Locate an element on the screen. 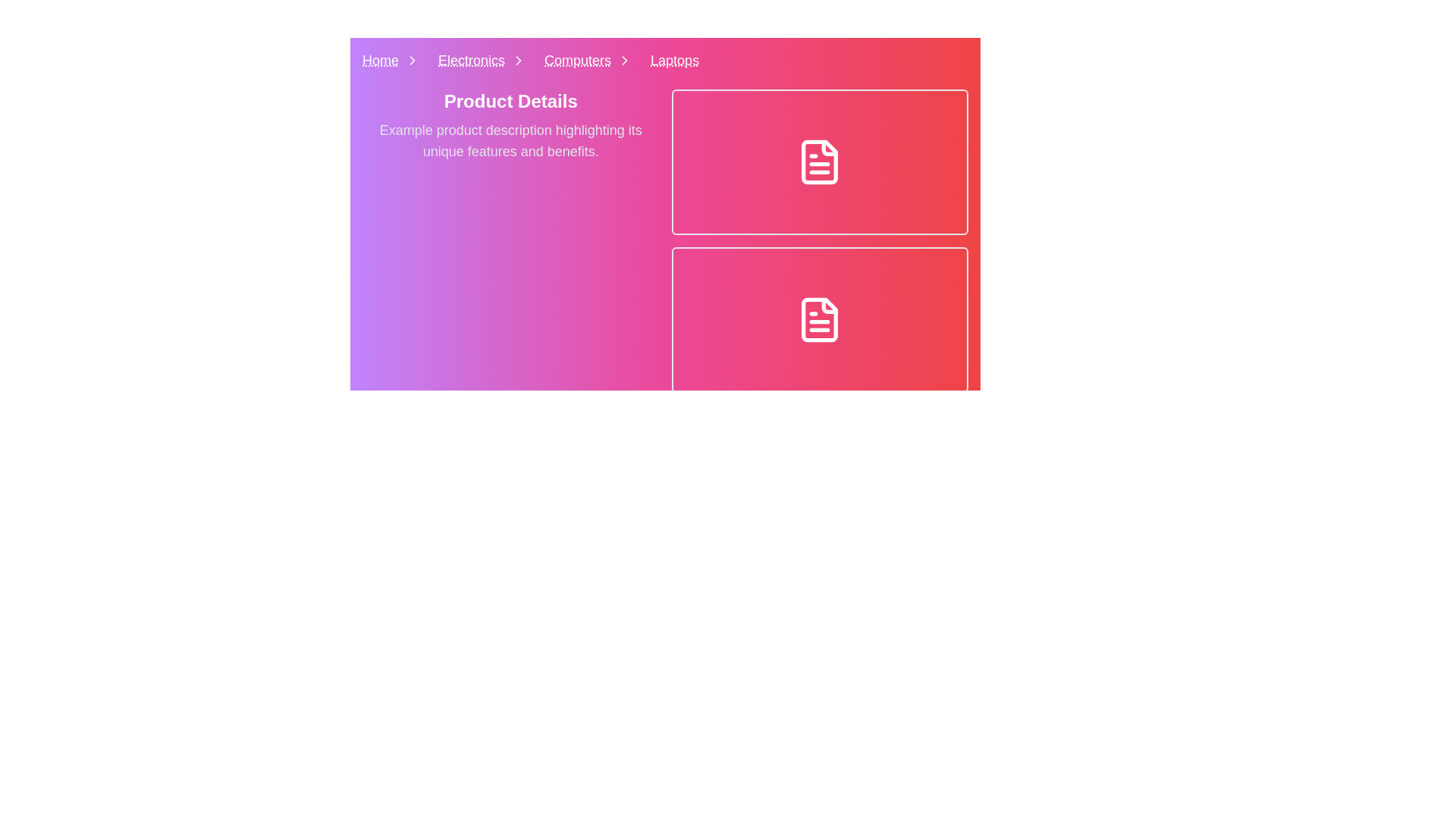 The width and height of the screenshot is (1456, 819). the product description text block, which is a light gray colored text element styled in medium-large font, located below the 'Product Details' header is located at coordinates (510, 140).